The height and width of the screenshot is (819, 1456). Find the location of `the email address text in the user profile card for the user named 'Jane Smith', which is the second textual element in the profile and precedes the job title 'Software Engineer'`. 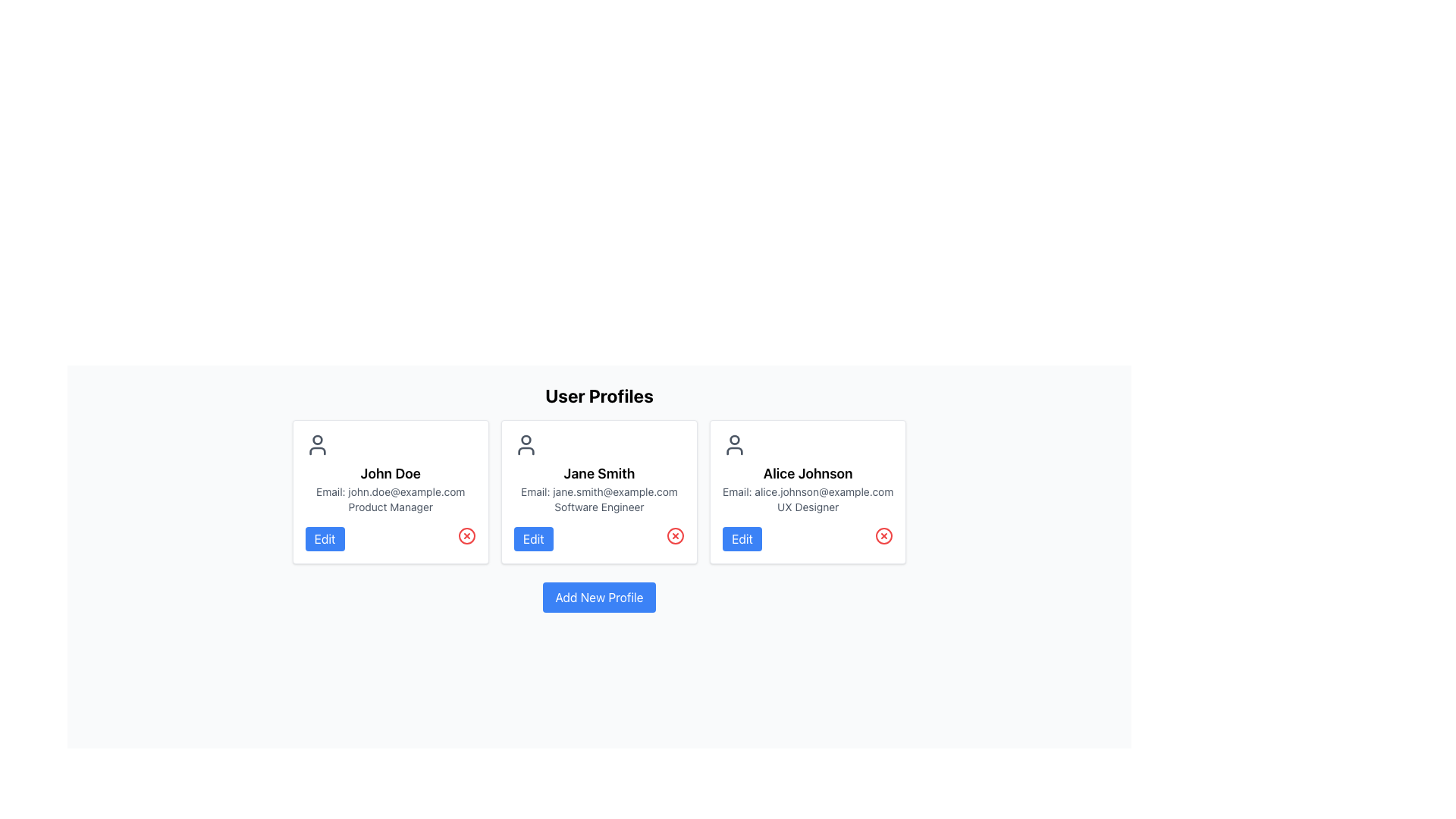

the email address text in the user profile card for the user named 'Jane Smith', which is the second textual element in the profile and precedes the job title 'Software Engineer' is located at coordinates (598, 491).